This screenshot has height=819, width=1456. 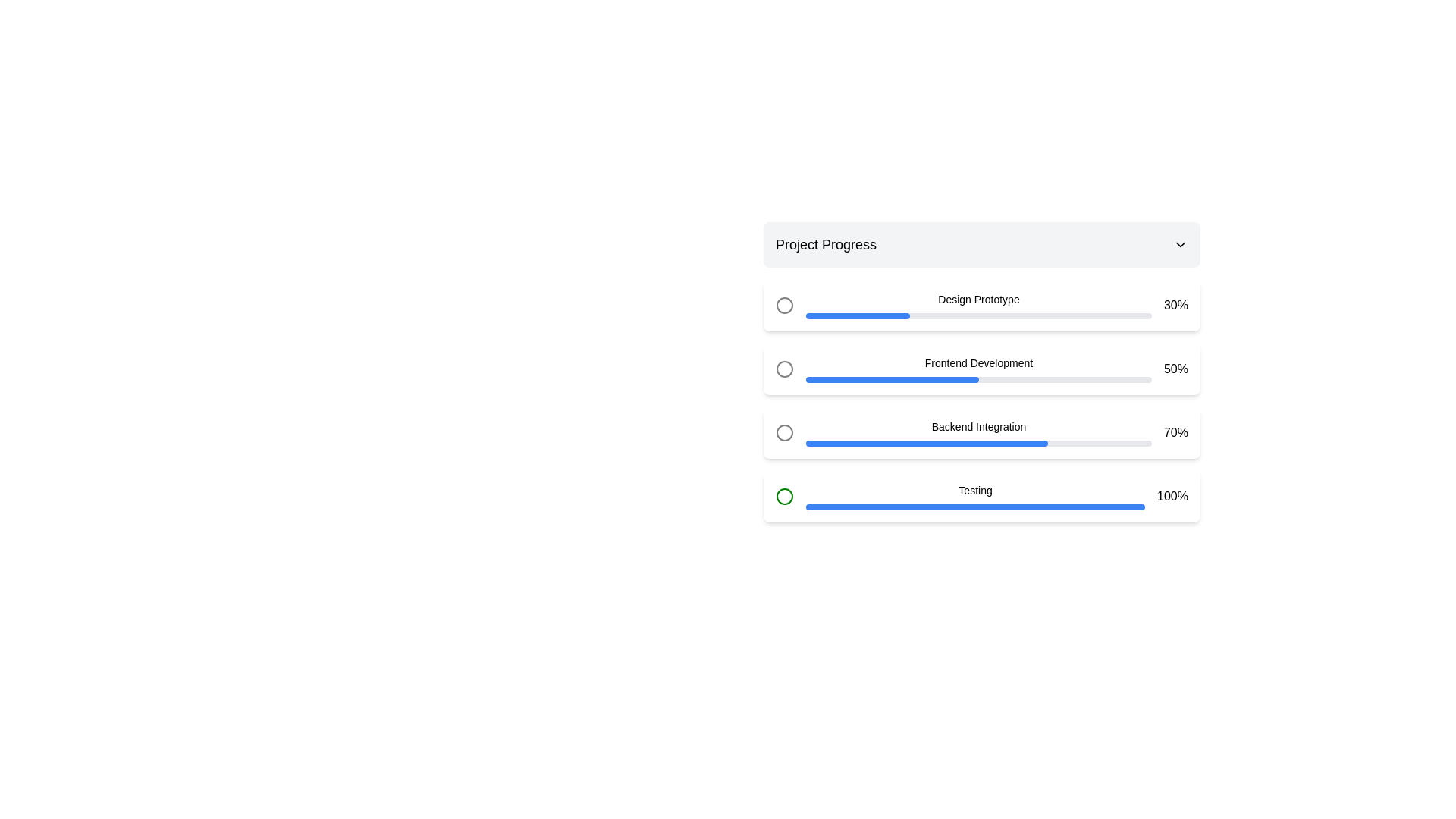 What do you see at coordinates (785, 497) in the screenshot?
I see `the circular icon that serves as a visual marker for the 'Testing' phase in the progress tracker interface, located at the left end of the 'Testing' row` at bounding box center [785, 497].